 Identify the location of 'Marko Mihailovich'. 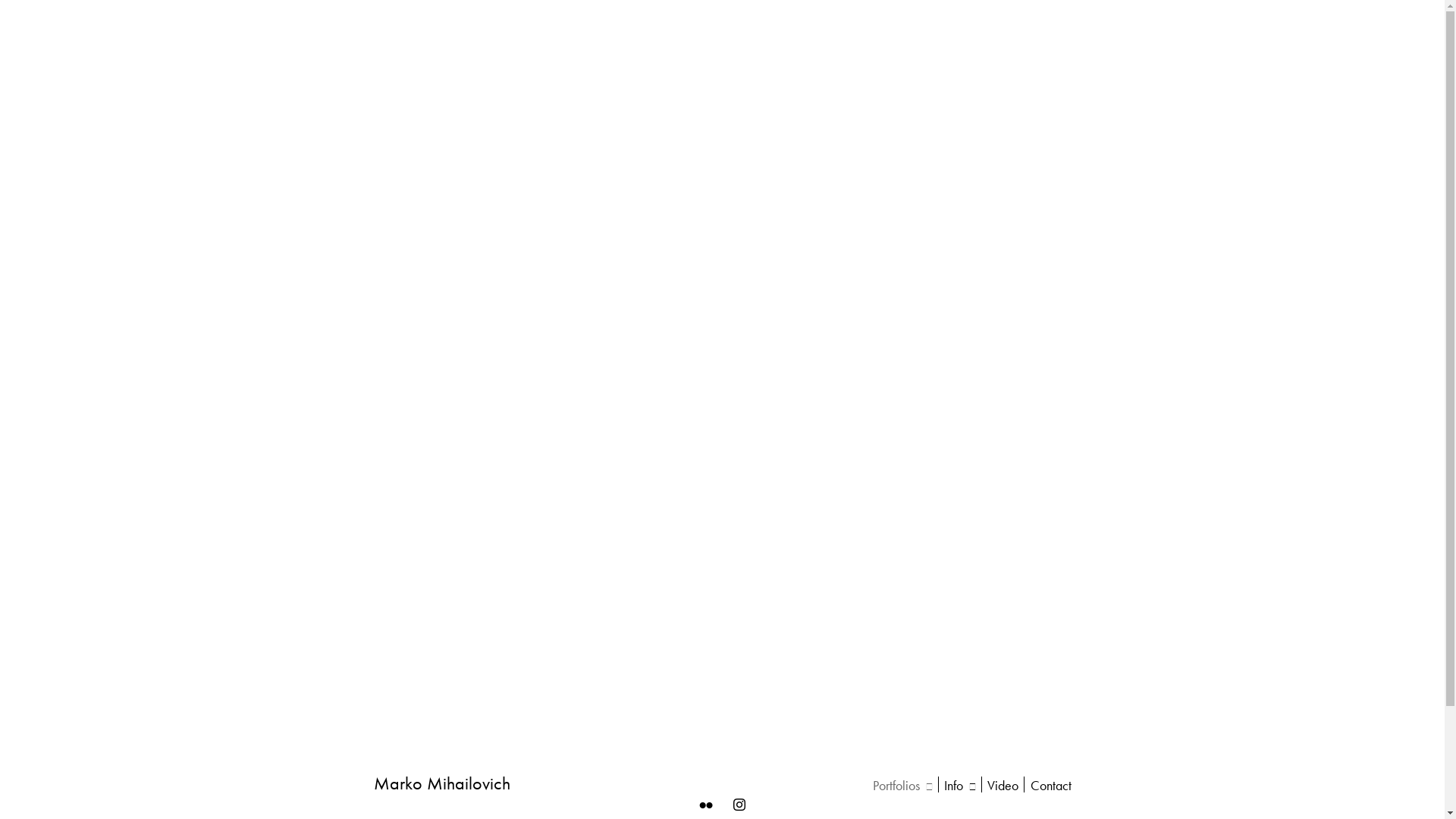
(440, 783).